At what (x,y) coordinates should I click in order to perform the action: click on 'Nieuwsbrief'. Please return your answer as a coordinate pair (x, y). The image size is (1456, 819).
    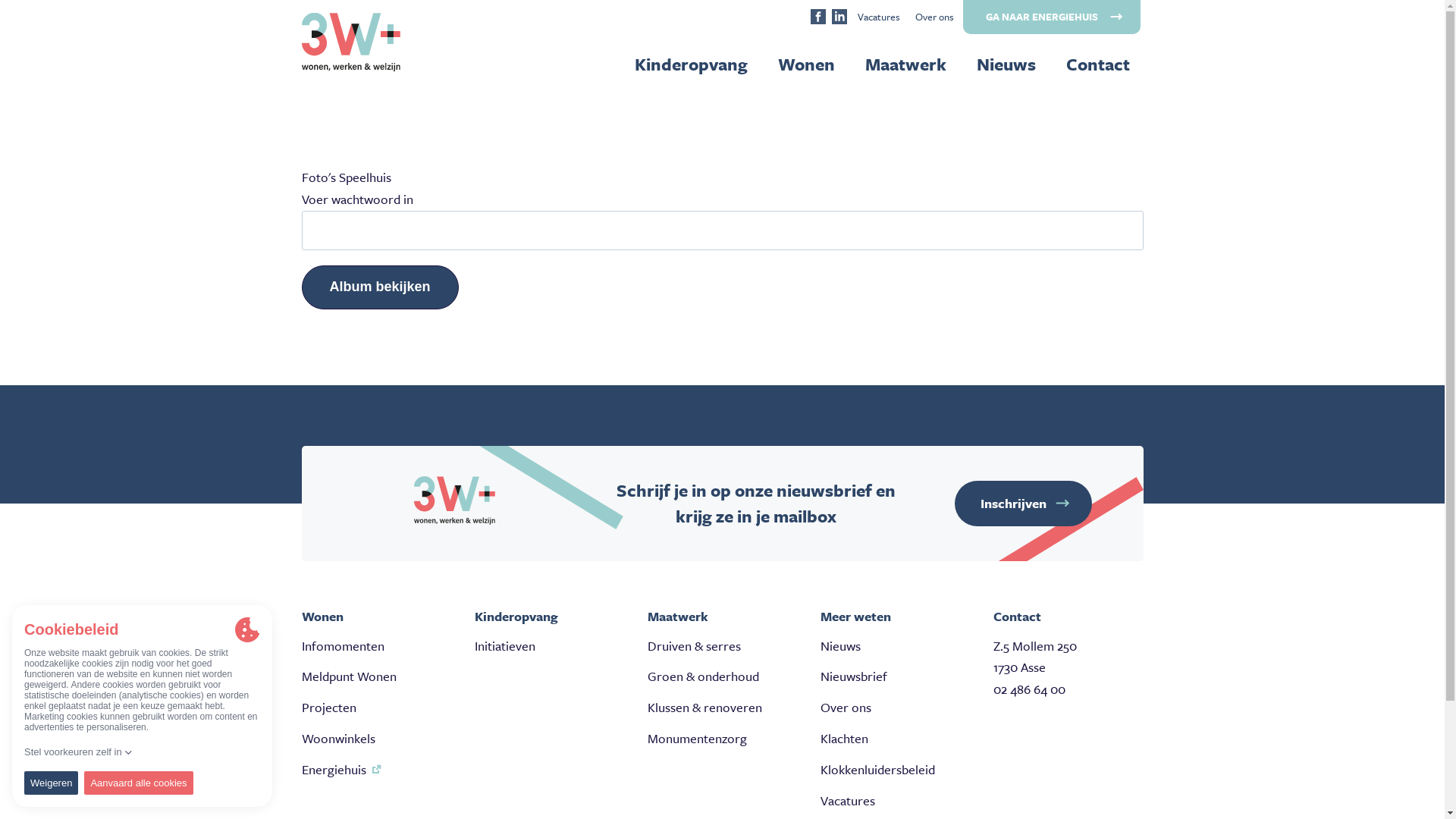
    Looking at the image, I should click on (854, 675).